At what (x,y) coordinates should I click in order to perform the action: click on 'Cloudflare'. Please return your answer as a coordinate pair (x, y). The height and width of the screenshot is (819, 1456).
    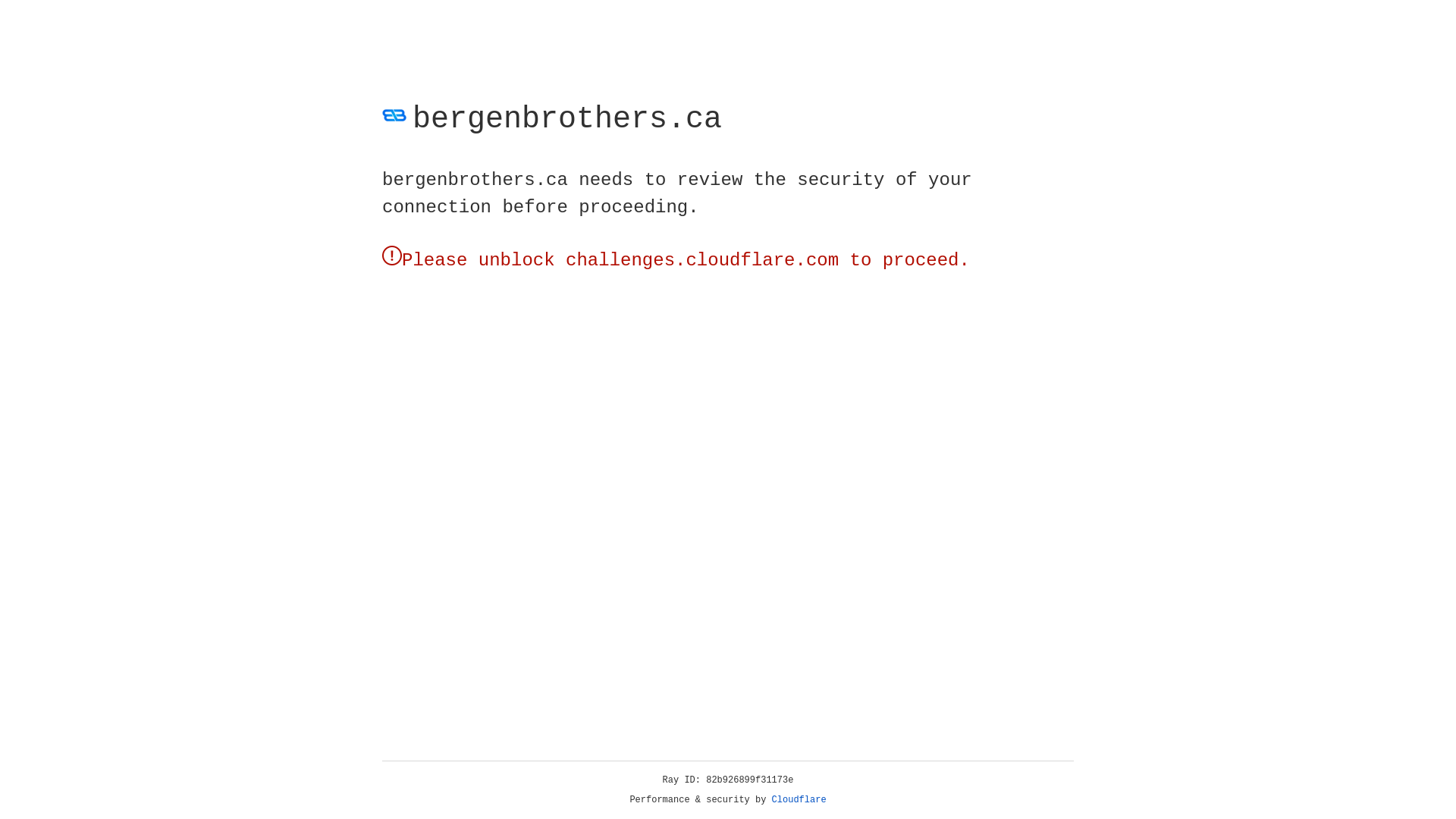
    Looking at the image, I should click on (799, 799).